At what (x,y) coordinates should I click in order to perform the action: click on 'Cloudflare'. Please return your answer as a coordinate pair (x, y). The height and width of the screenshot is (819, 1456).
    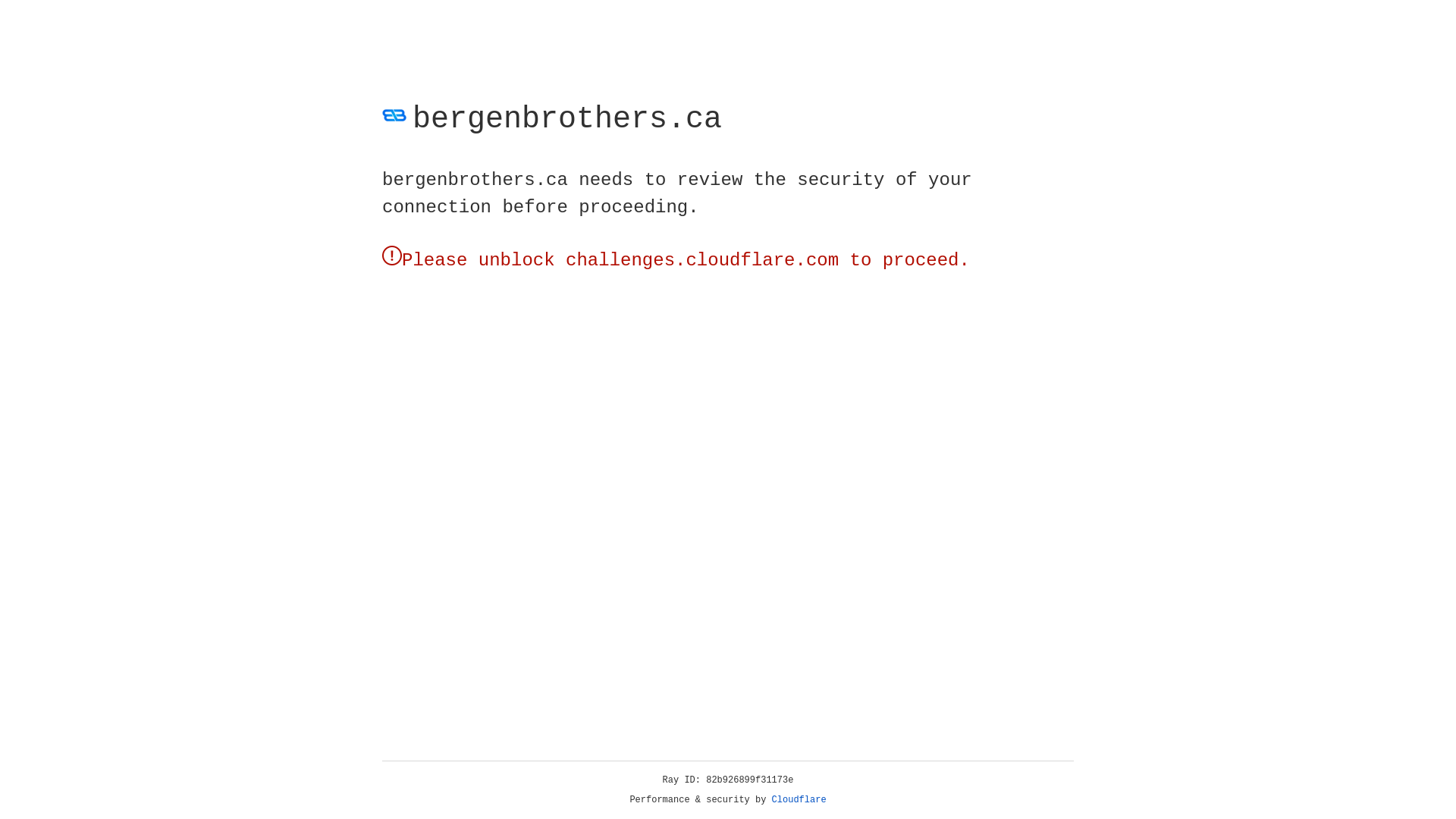
    Looking at the image, I should click on (799, 799).